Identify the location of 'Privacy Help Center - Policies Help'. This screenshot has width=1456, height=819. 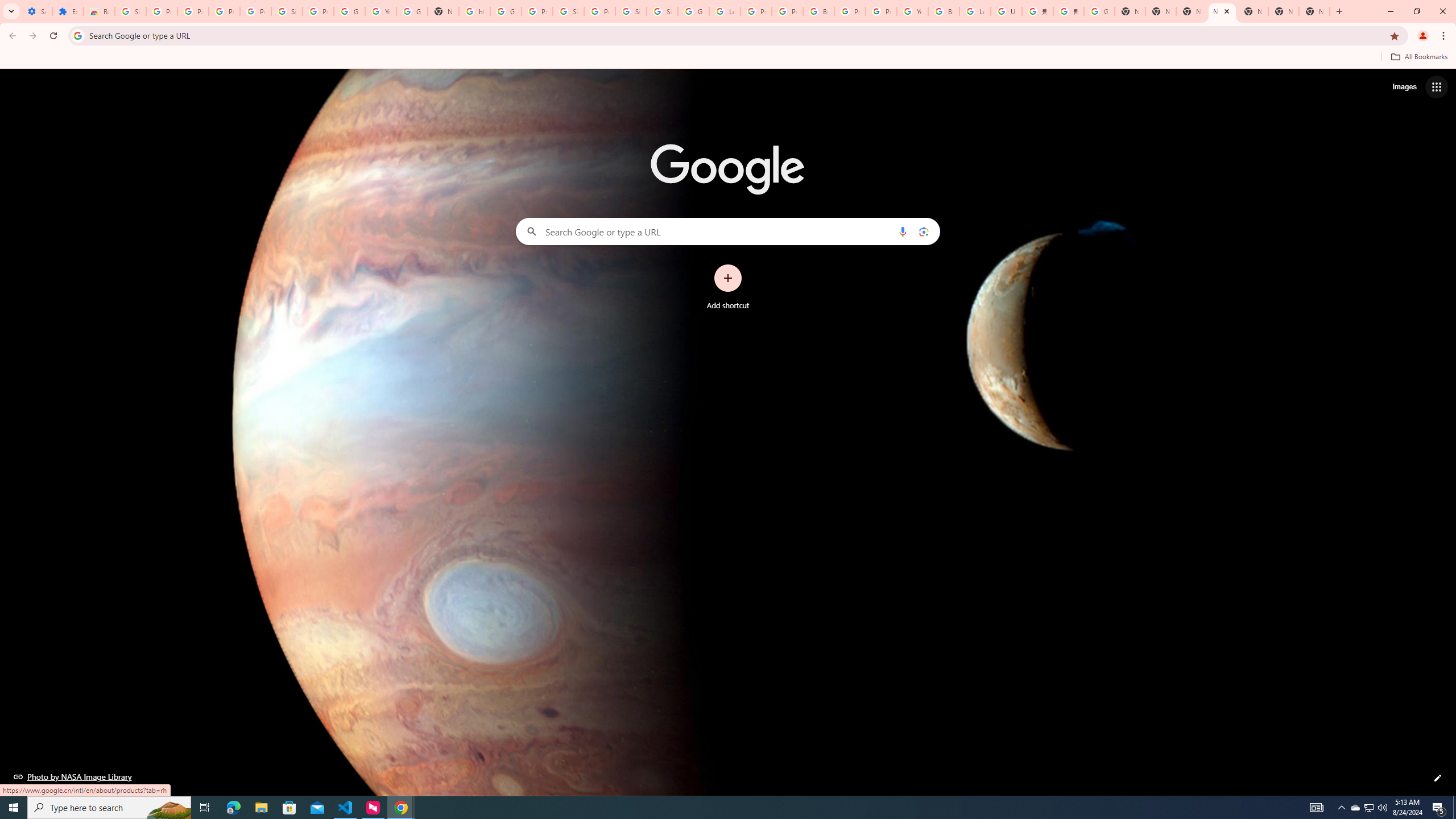
(787, 11).